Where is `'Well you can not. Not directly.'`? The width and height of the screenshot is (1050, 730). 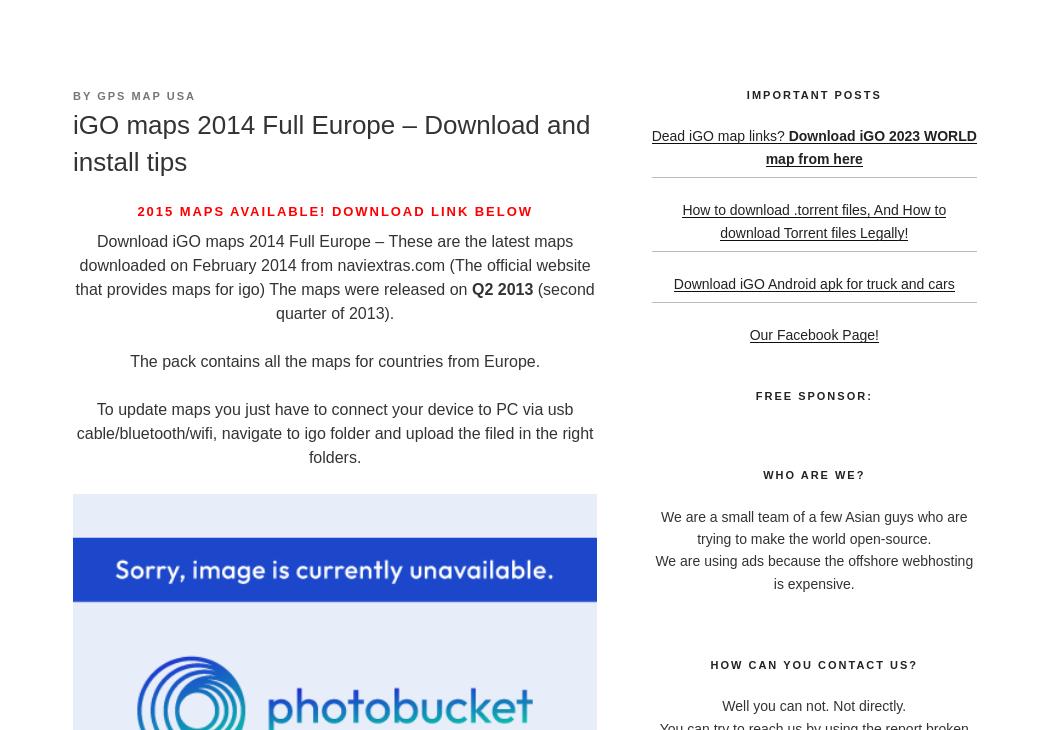 'Well you can not. Not directly.' is located at coordinates (812, 705).